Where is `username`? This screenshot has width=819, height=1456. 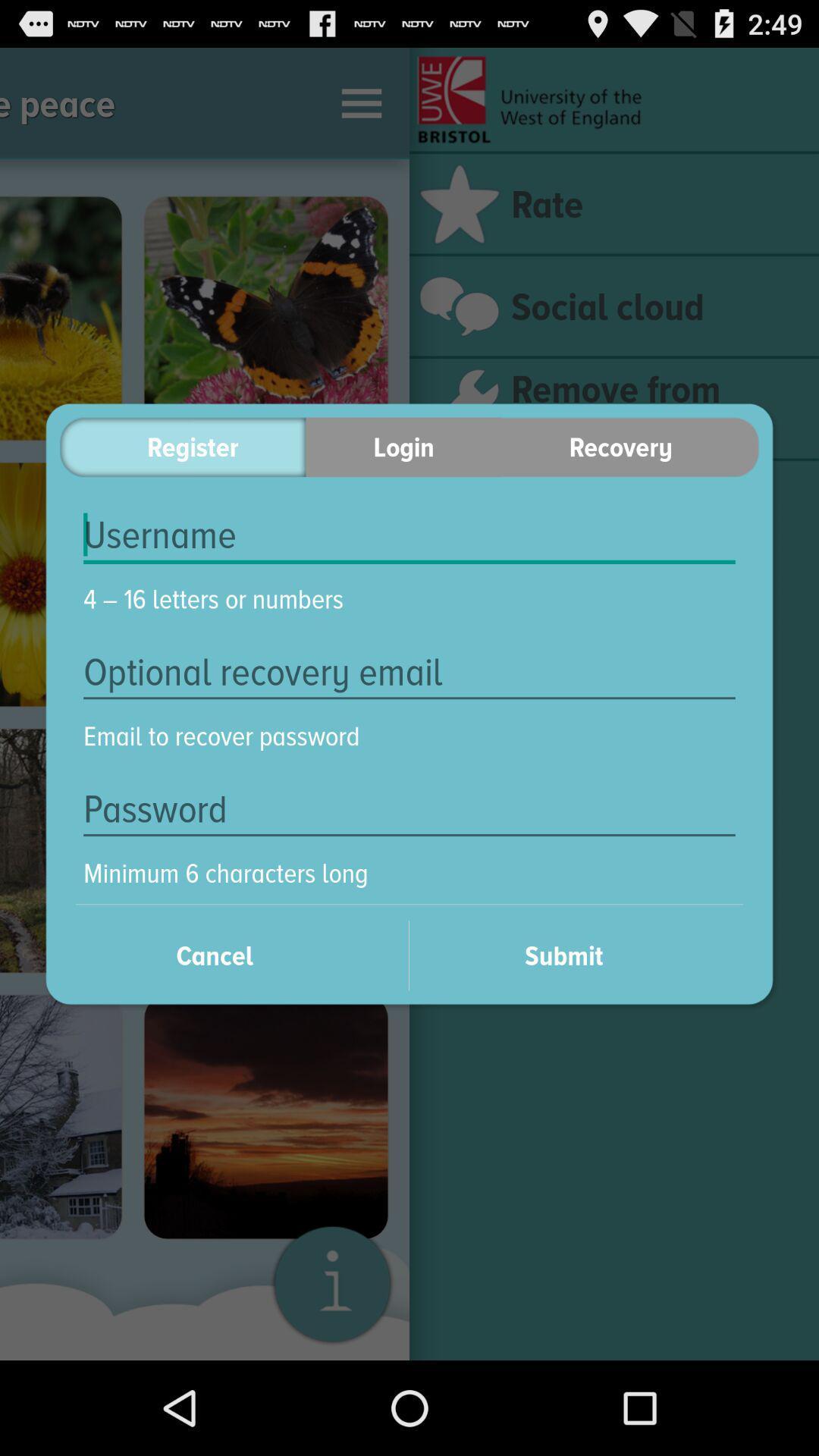
username is located at coordinates (409, 535).